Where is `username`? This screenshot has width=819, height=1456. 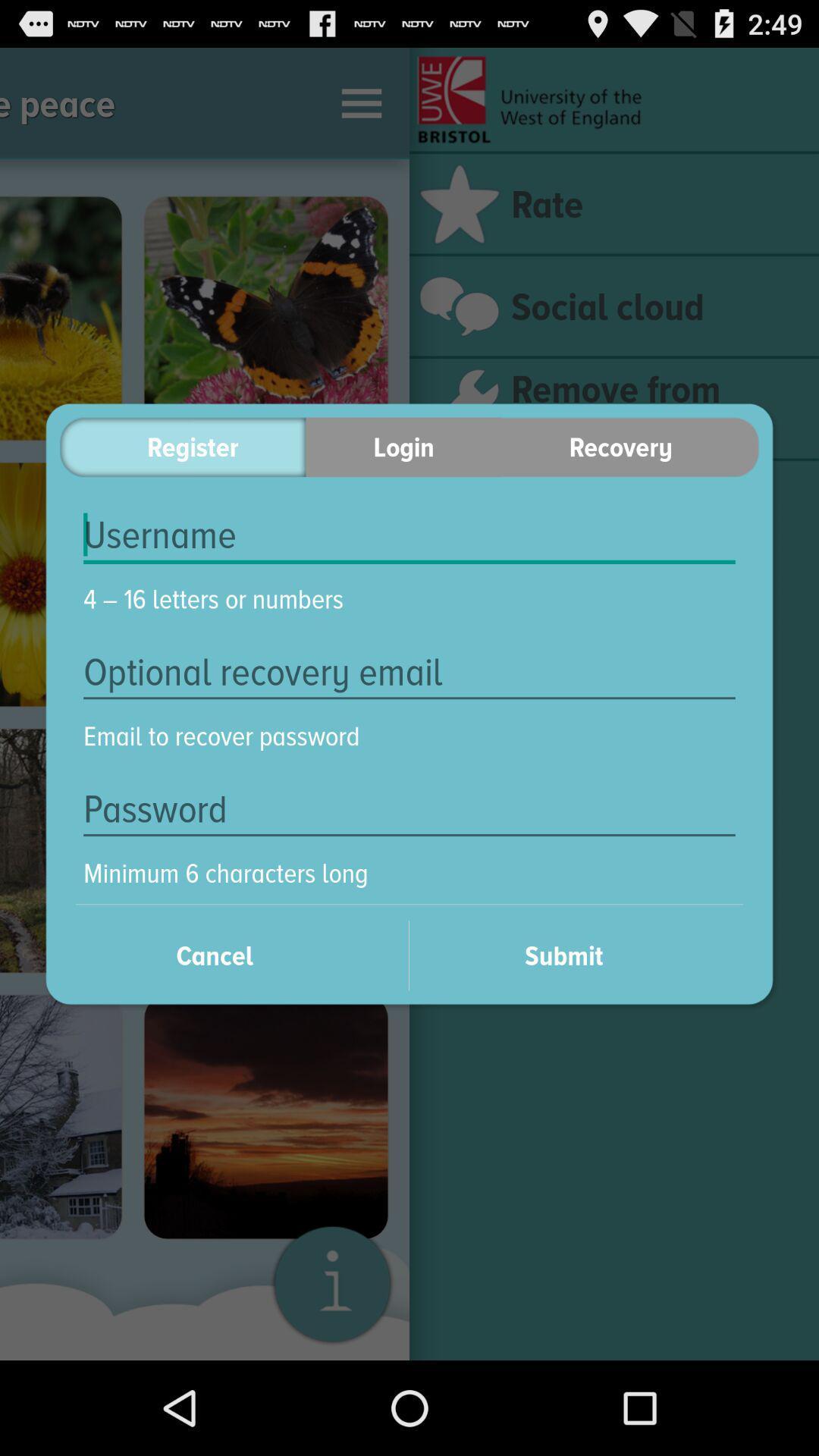
username is located at coordinates (409, 535).